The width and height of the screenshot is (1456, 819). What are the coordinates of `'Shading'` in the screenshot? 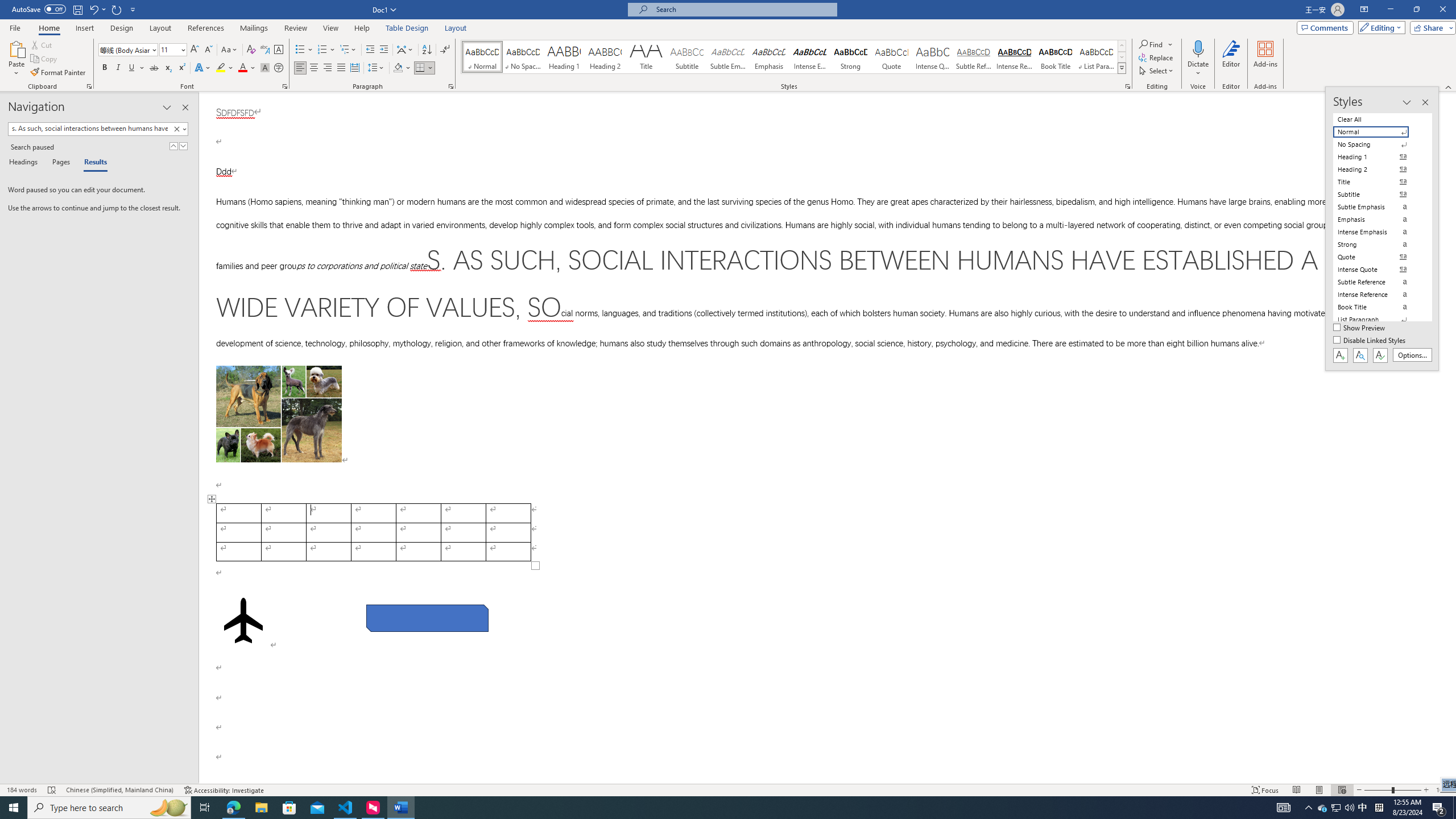 It's located at (402, 67).